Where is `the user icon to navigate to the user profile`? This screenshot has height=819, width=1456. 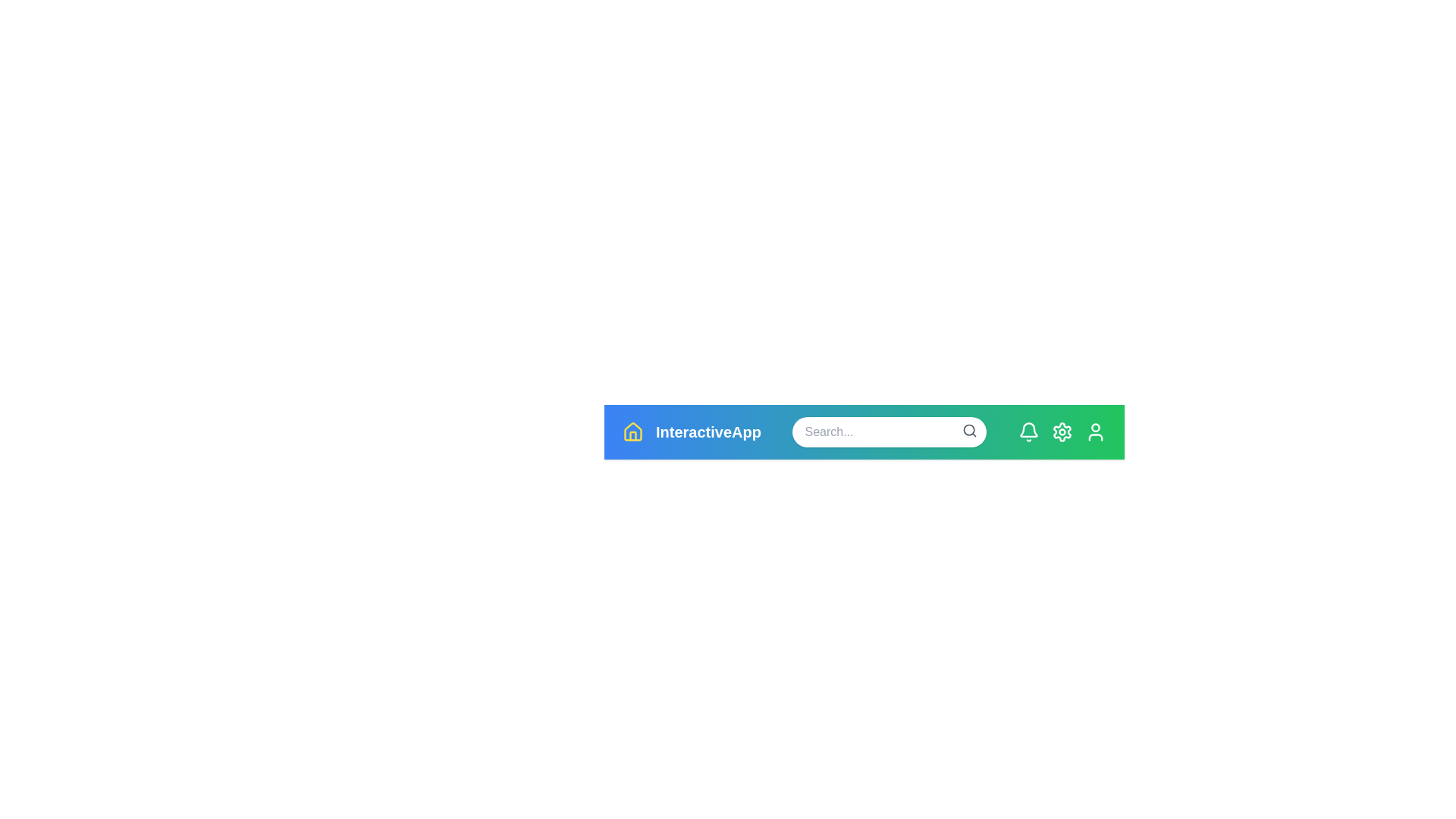
the user icon to navigate to the user profile is located at coordinates (1095, 432).